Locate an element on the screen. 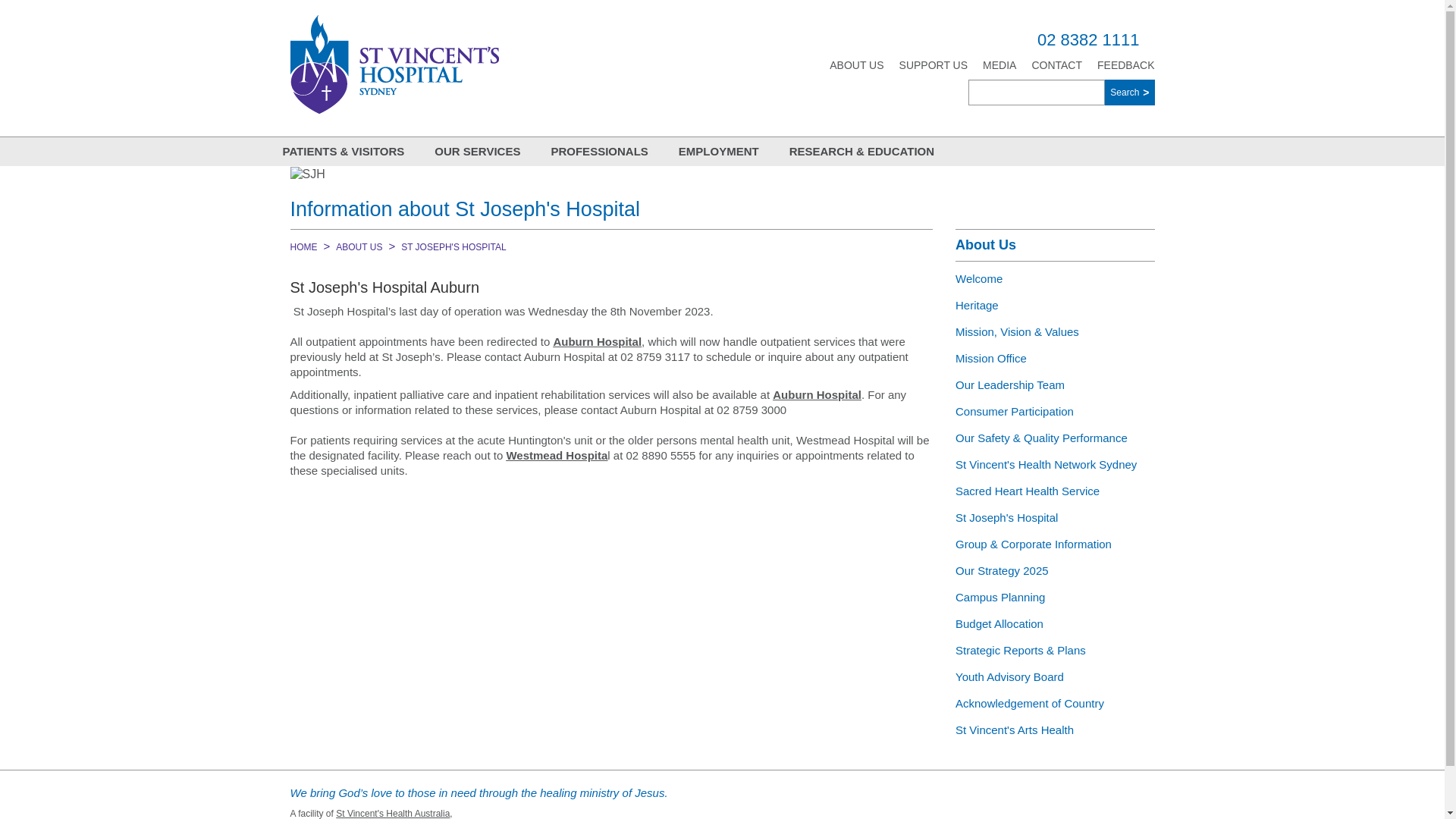  'Our Strategy 2025' is located at coordinates (1054, 570).